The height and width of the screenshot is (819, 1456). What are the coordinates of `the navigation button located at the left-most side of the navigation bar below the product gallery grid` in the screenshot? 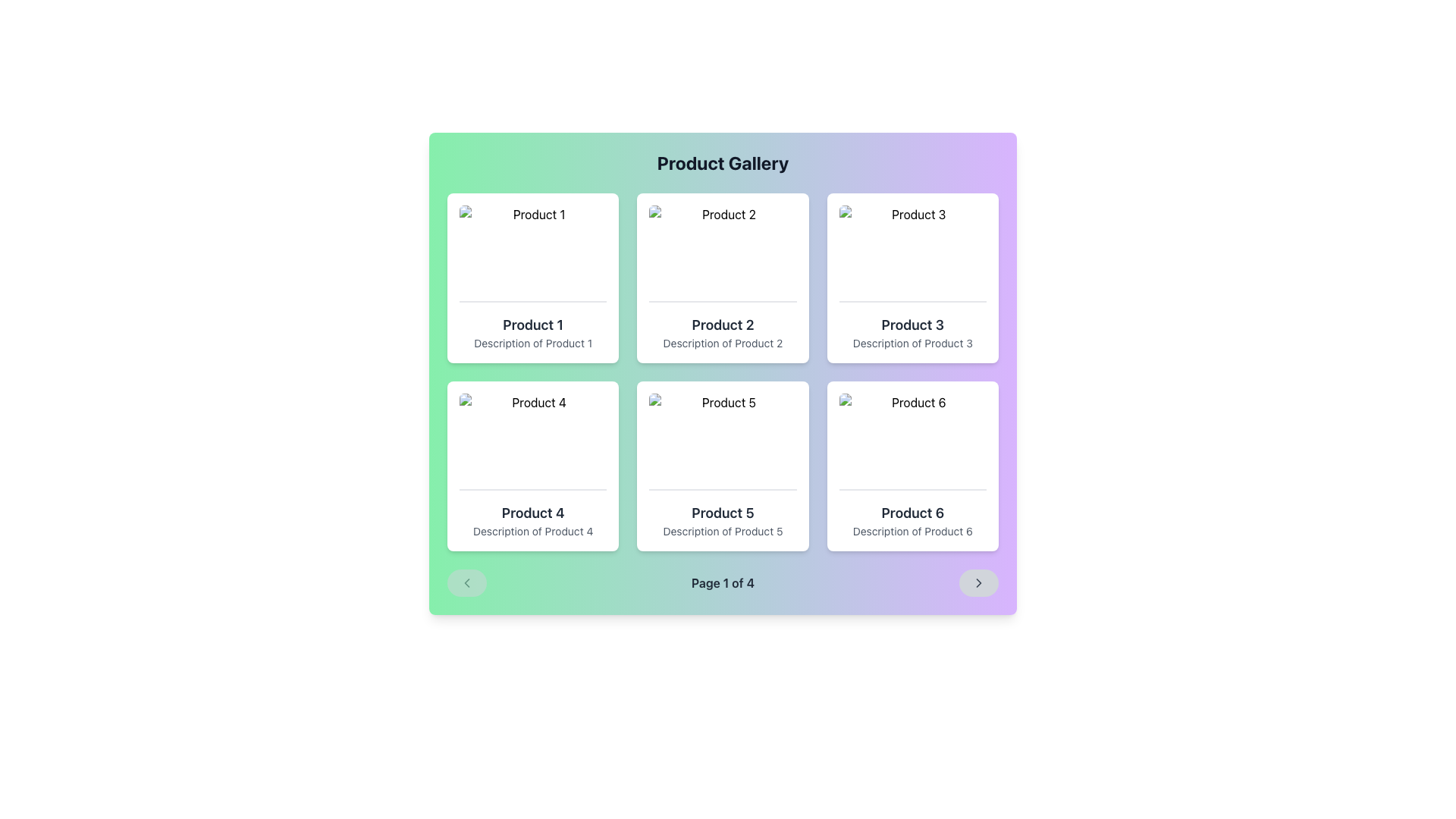 It's located at (466, 582).